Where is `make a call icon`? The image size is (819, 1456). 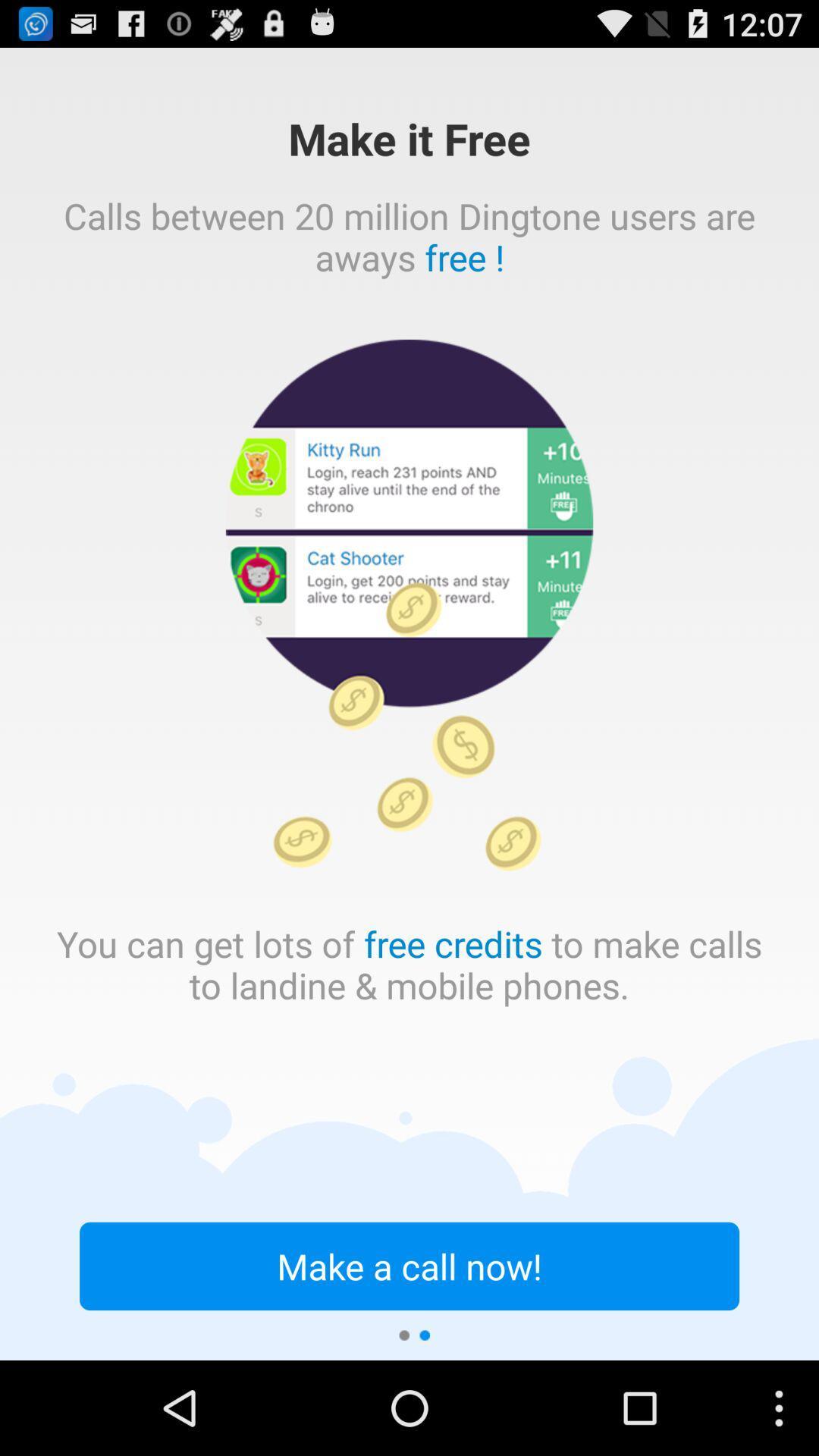 make a call icon is located at coordinates (409, 1266).